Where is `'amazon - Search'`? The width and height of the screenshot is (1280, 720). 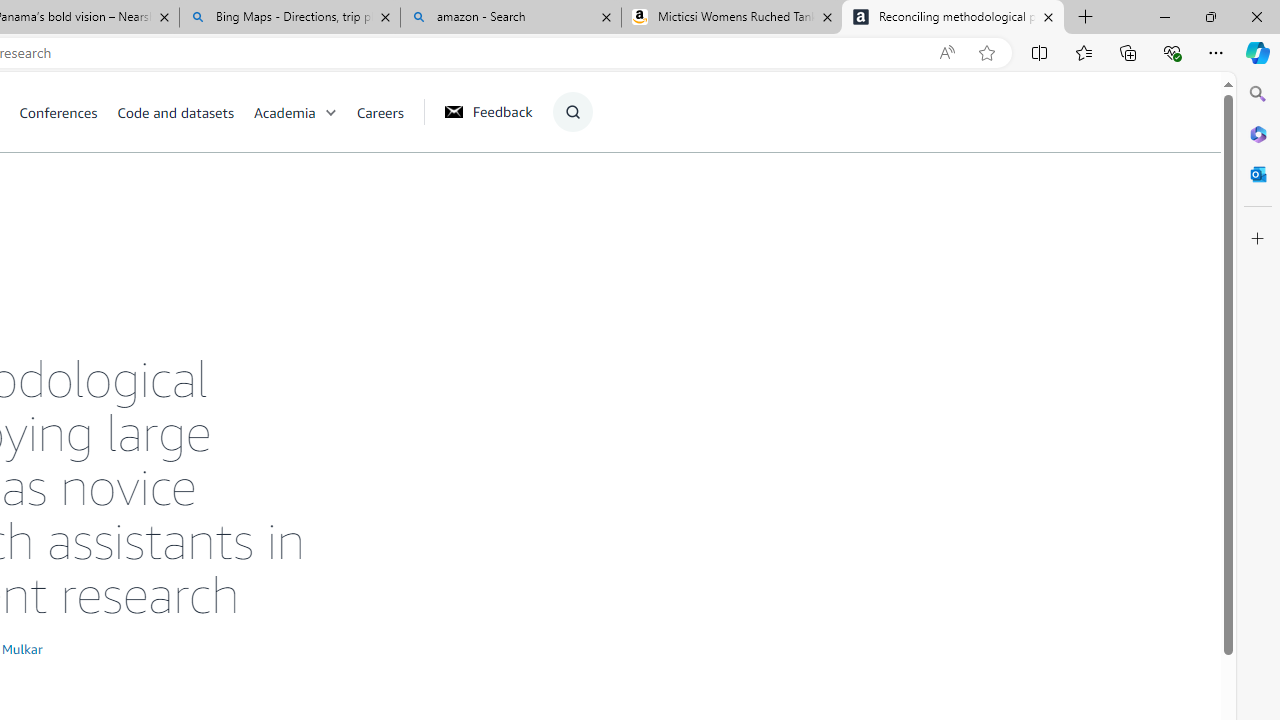
'amazon - Search' is located at coordinates (510, 17).